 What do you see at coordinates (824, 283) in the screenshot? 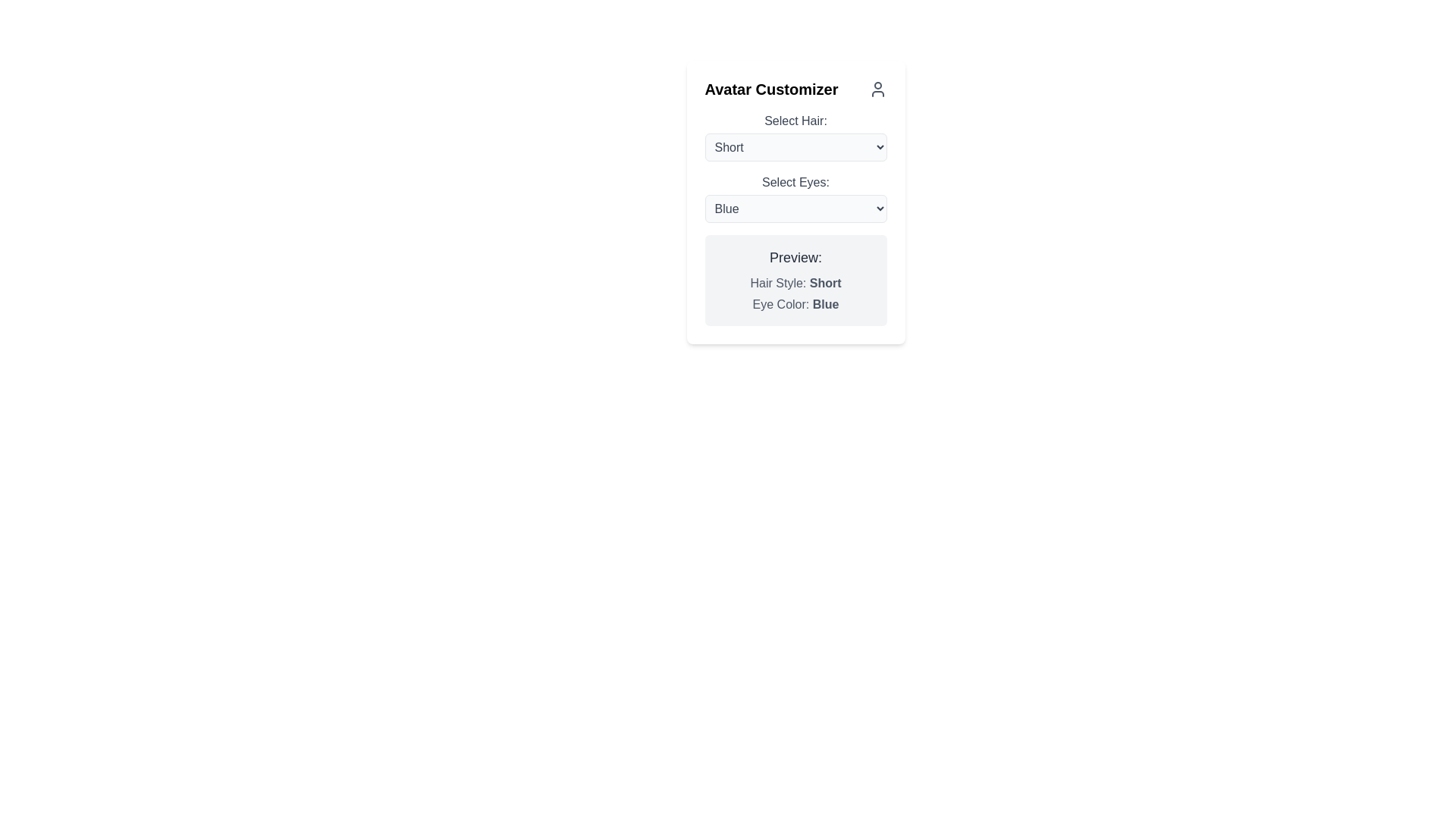
I see `the text displaying the chosen hair style 'Short' which is located in the 'Preview:' section above the 'Eye Color: Blue' line` at bounding box center [824, 283].